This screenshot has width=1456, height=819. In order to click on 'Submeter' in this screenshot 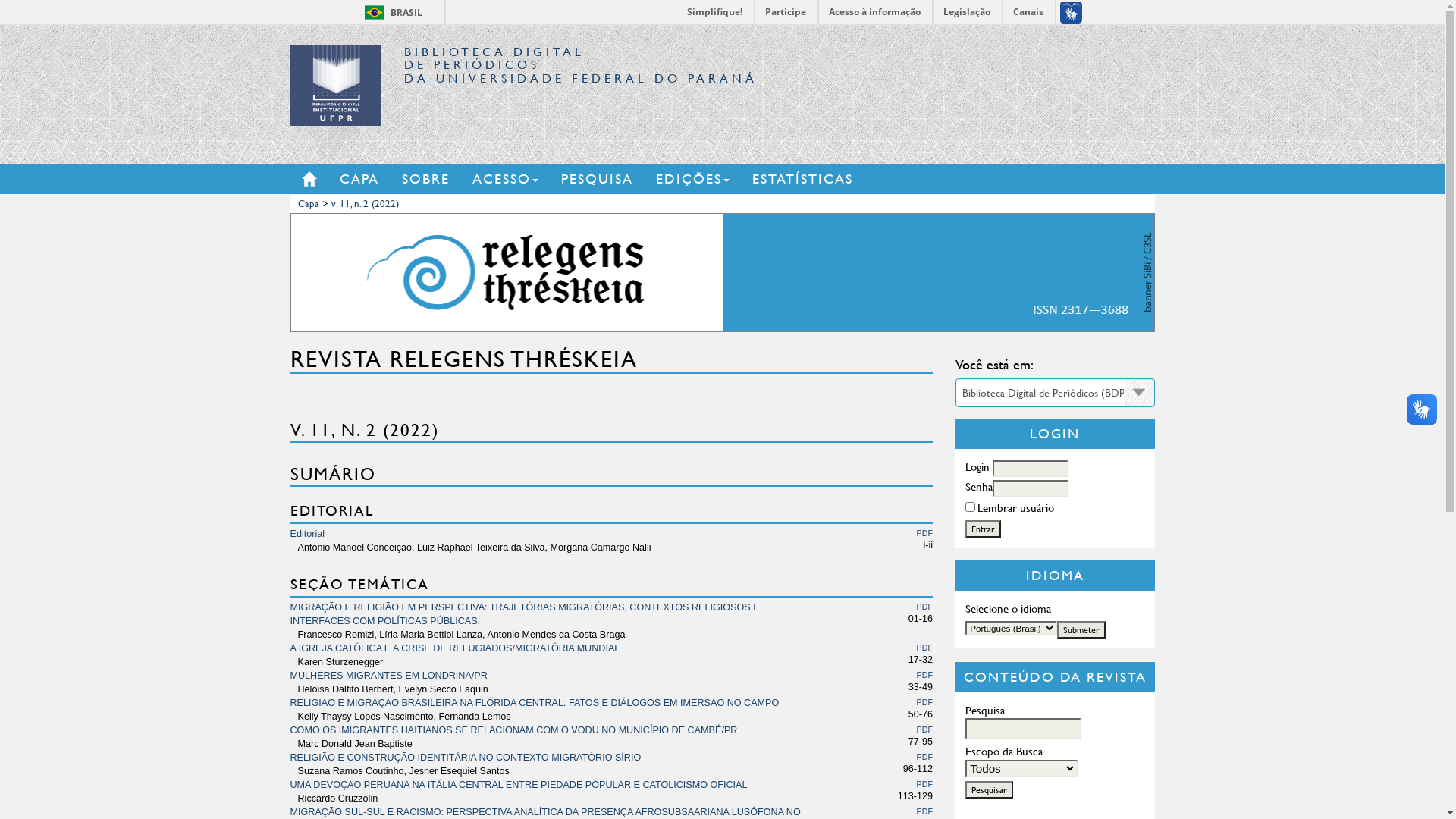, I will do `click(1056, 629)`.